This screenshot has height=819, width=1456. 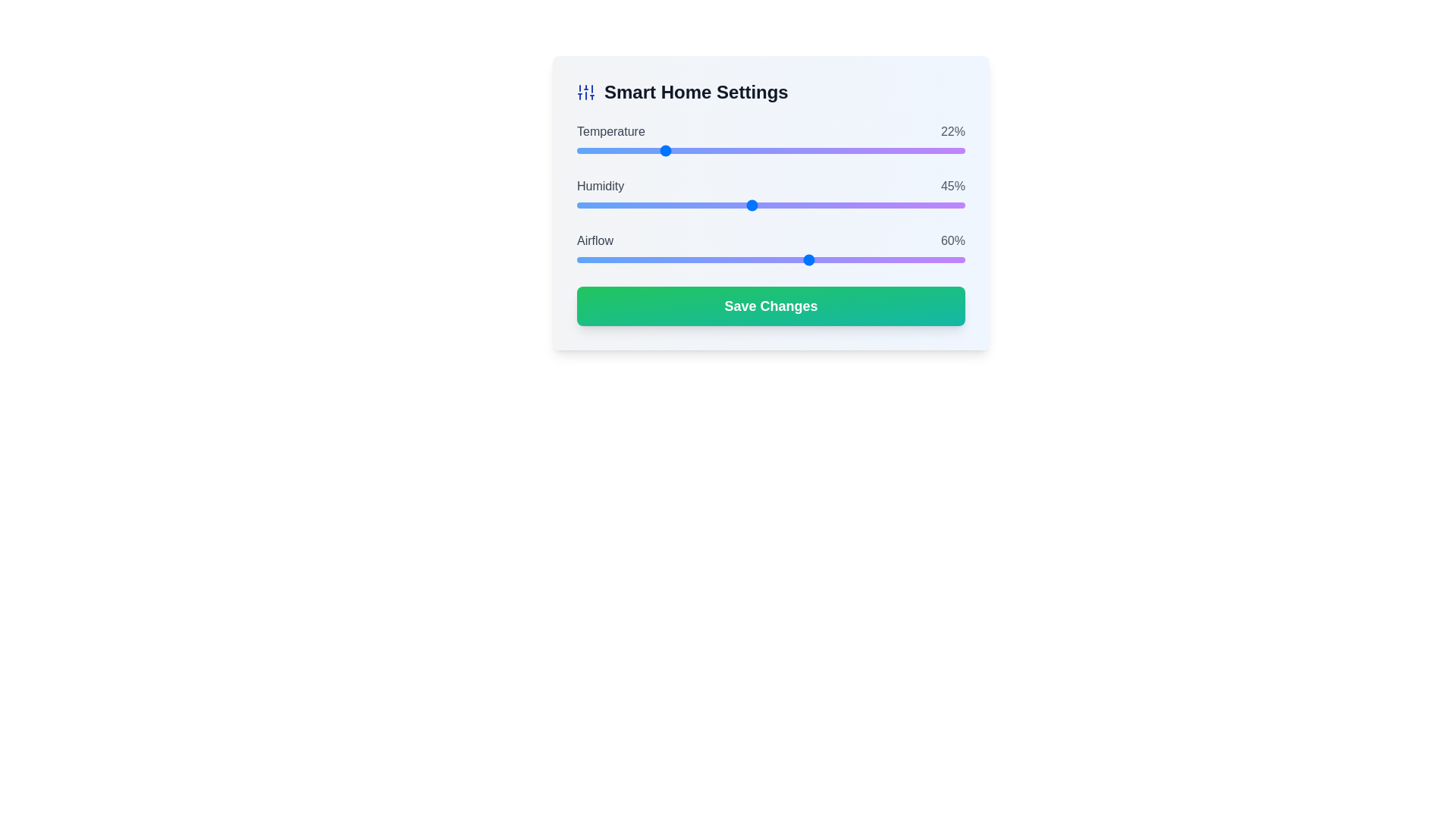 What do you see at coordinates (771, 195) in the screenshot?
I see `the handle of the 'Humidity' Range Slider, which is the middle slider in the 'Smart Home Settings' interface` at bounding box center [771, 195].